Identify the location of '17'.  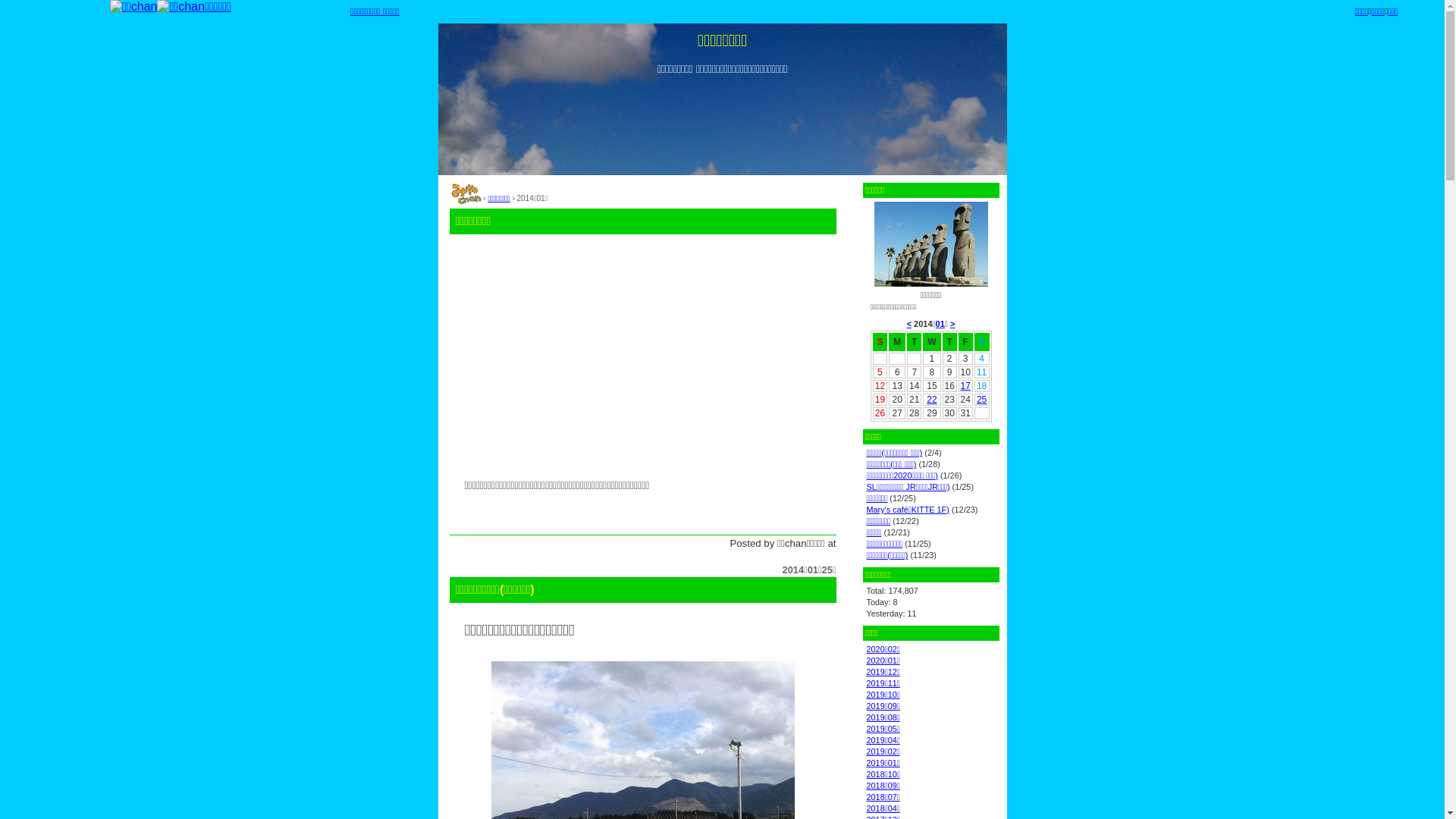
(964, 385).